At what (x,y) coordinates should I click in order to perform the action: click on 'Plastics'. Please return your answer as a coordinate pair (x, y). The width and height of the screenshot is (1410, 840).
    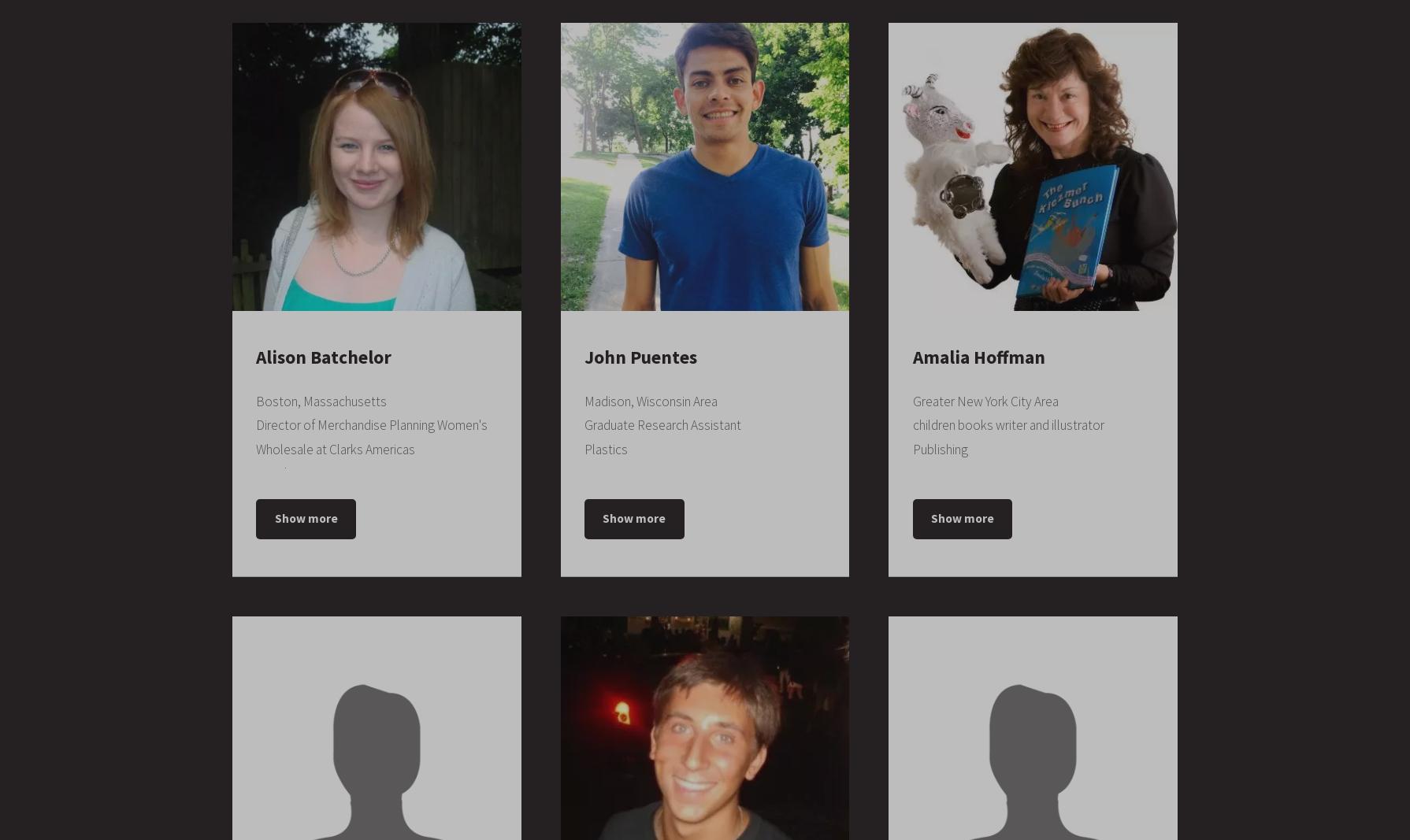
    Looking at the image, I should click on (604, 448).